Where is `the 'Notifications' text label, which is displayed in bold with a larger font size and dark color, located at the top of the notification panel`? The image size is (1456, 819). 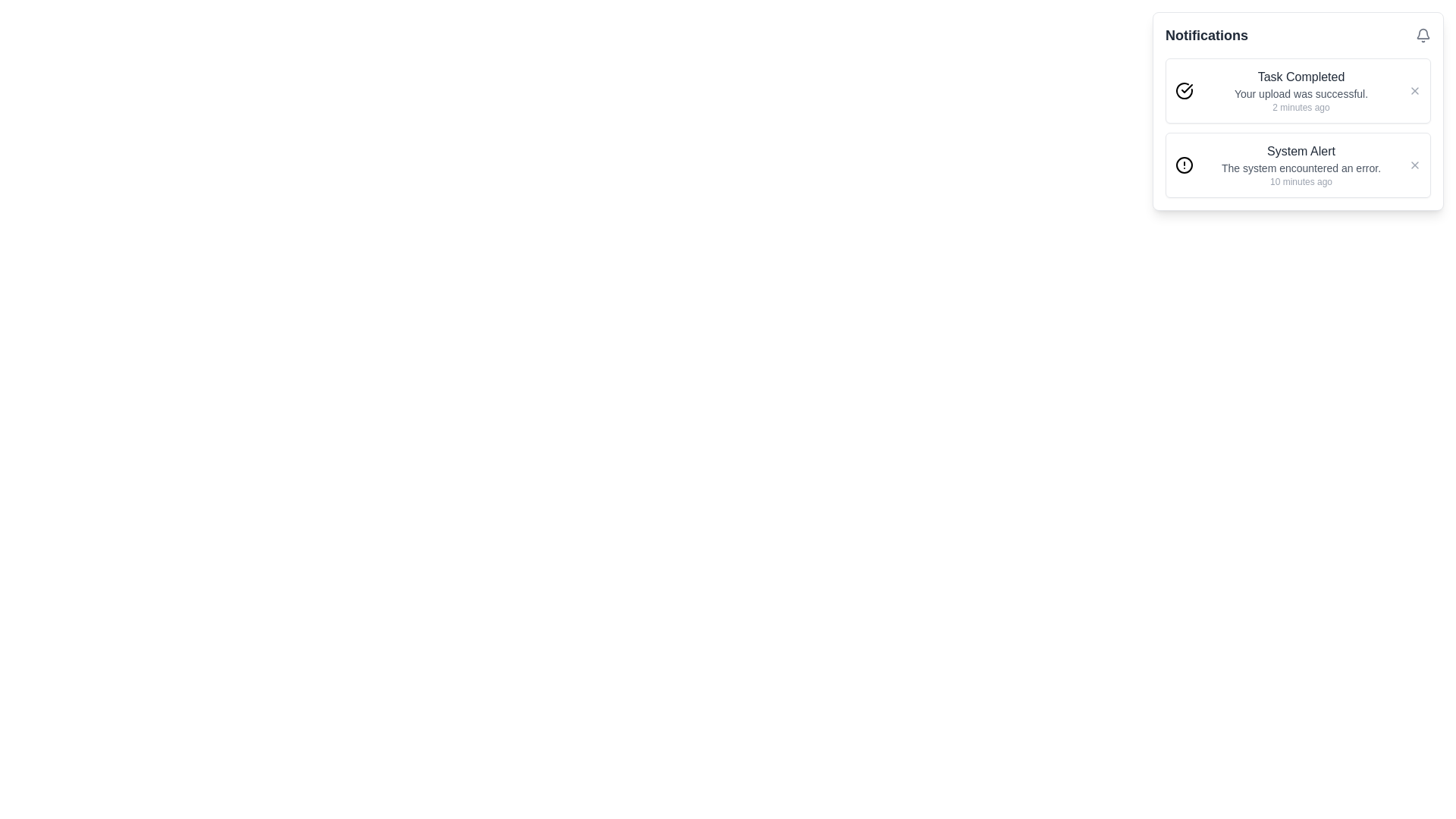 the 'Notifications' text label, which is displayed in bold with a larger font size and dark color, located at the top of the notification panel is located at coordinates (1206, 34).